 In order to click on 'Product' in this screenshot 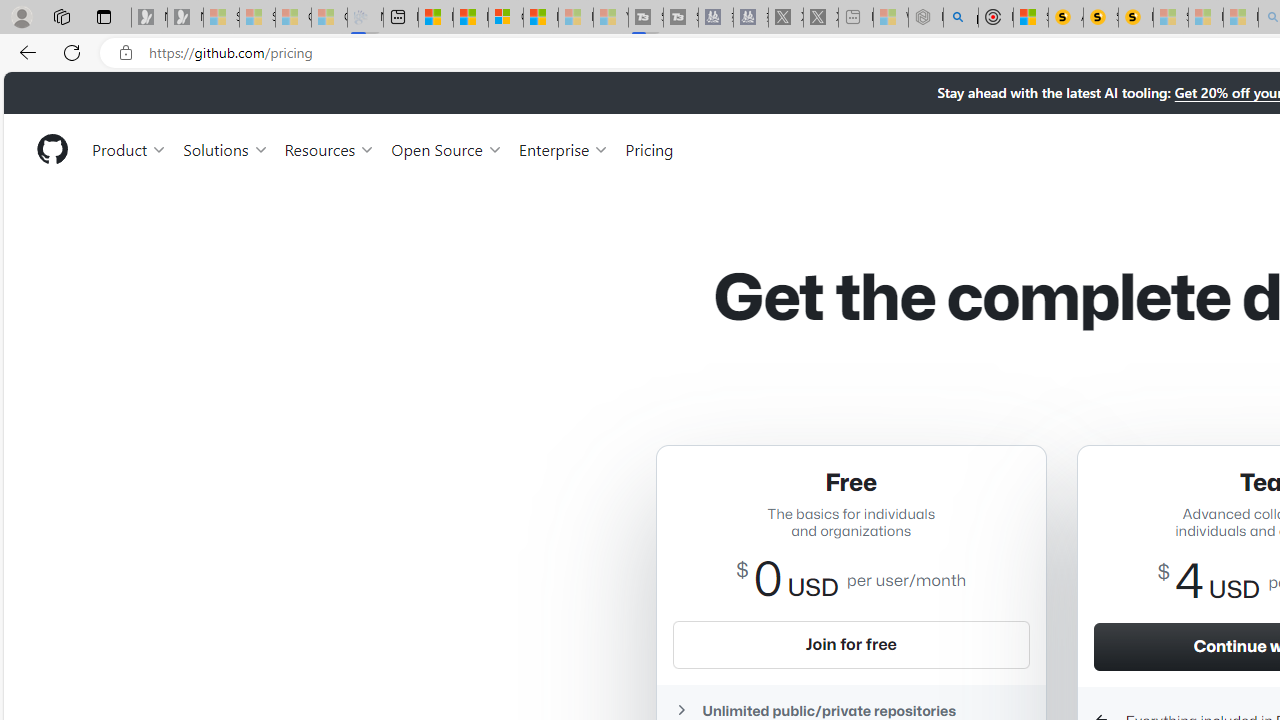, I will do `click(129, 148)`.